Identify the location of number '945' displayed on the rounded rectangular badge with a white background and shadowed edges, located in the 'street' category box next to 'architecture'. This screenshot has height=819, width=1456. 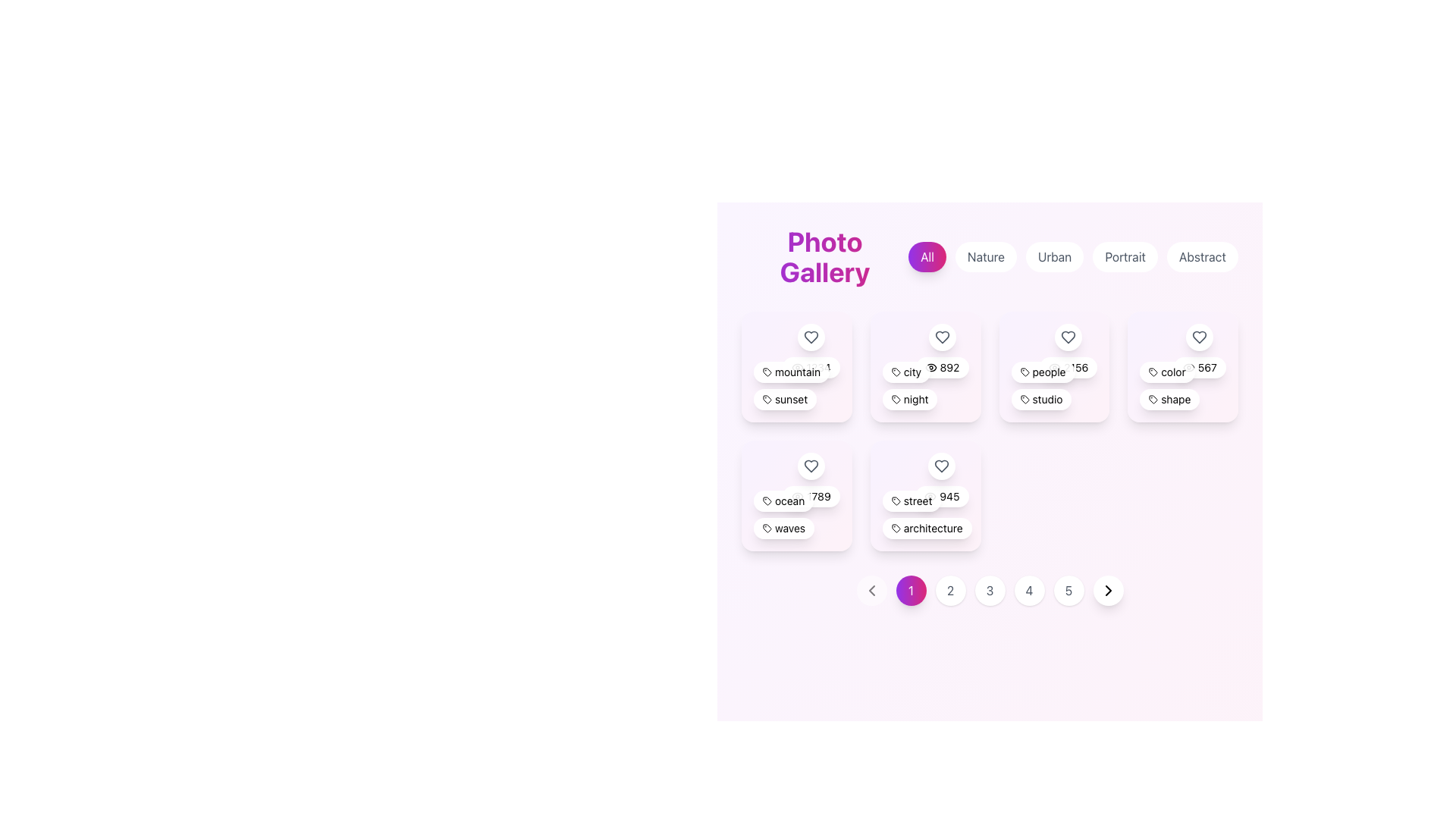
(941, 496).